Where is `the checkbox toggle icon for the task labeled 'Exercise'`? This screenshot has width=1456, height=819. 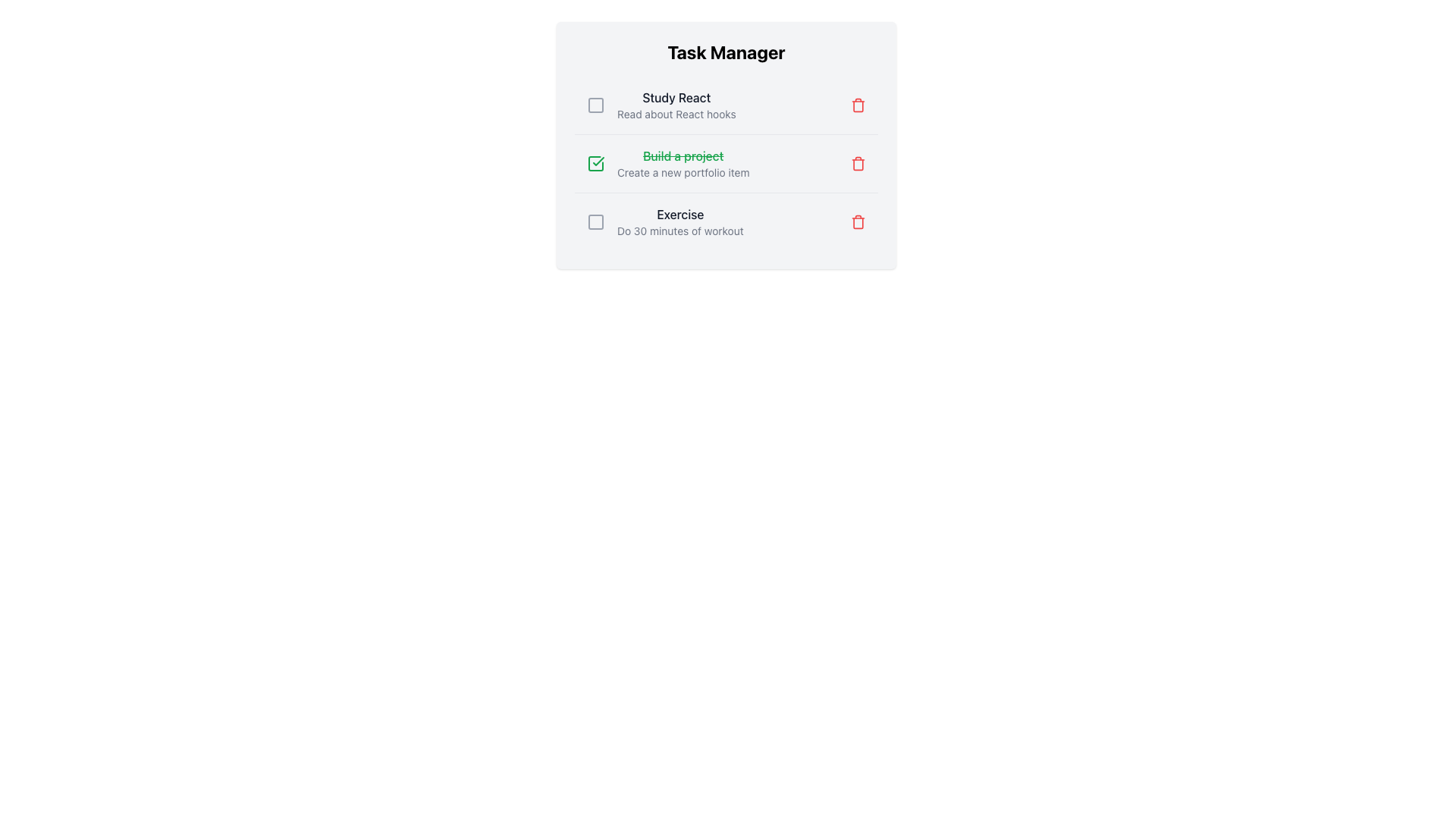
the checkbox toggle icon for the task labeled 'Exercise' is located at coordinates (595, 222).